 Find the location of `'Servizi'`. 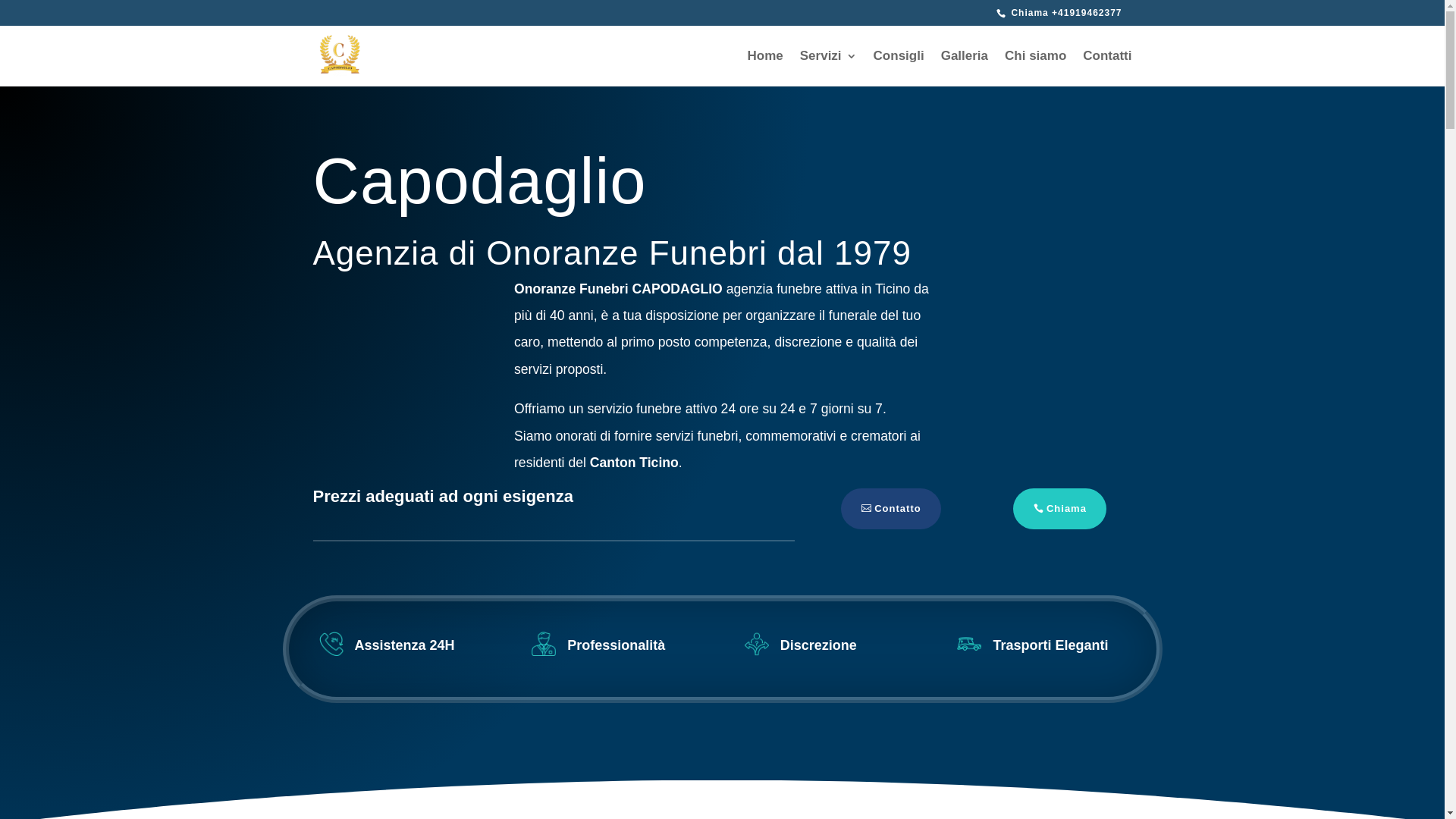

'Servizi' is located at coordinates (827, 68).